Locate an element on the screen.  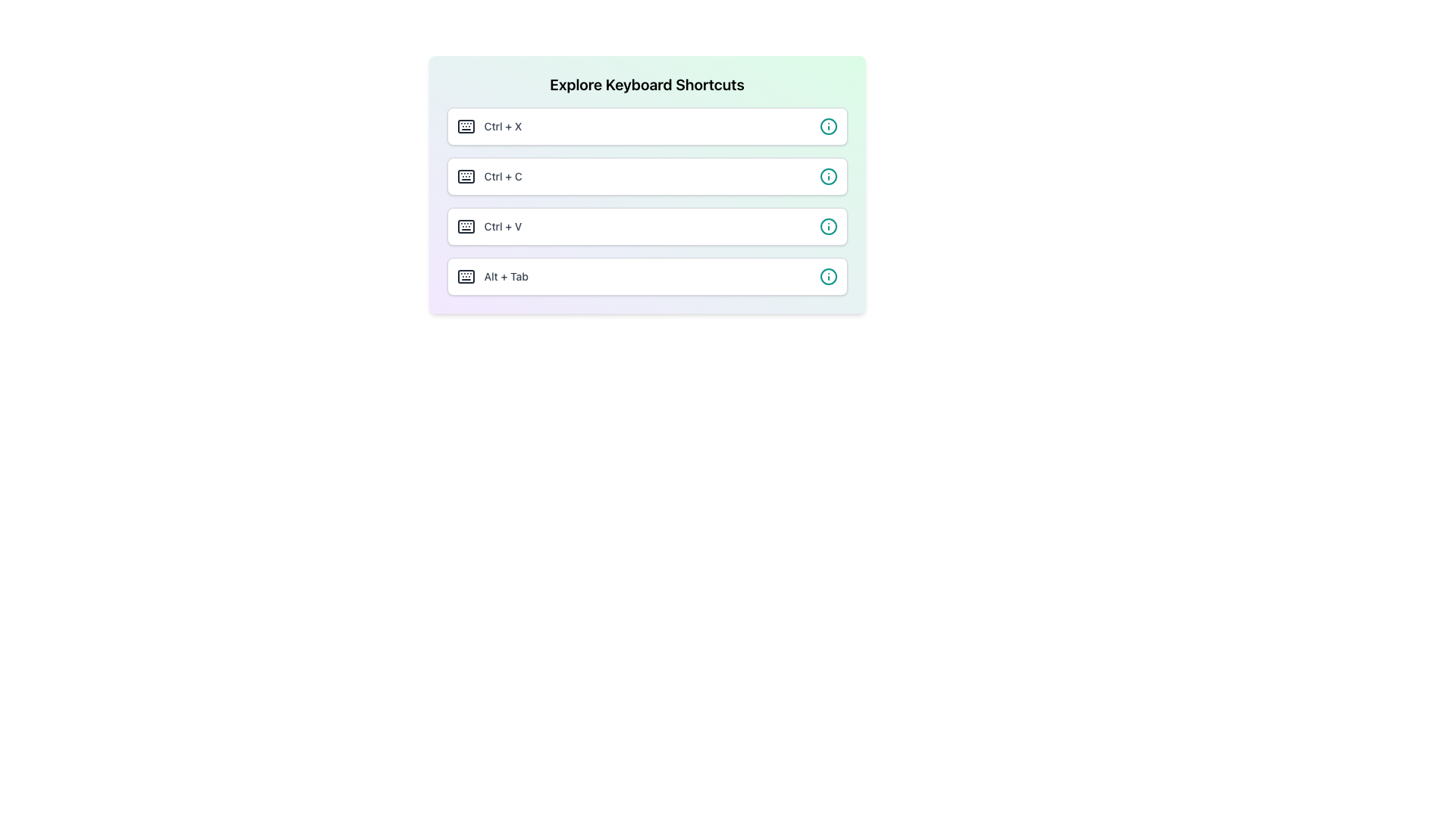
the last icon in the 'Alt + Tab' item list is located at coordinates (827, 277).